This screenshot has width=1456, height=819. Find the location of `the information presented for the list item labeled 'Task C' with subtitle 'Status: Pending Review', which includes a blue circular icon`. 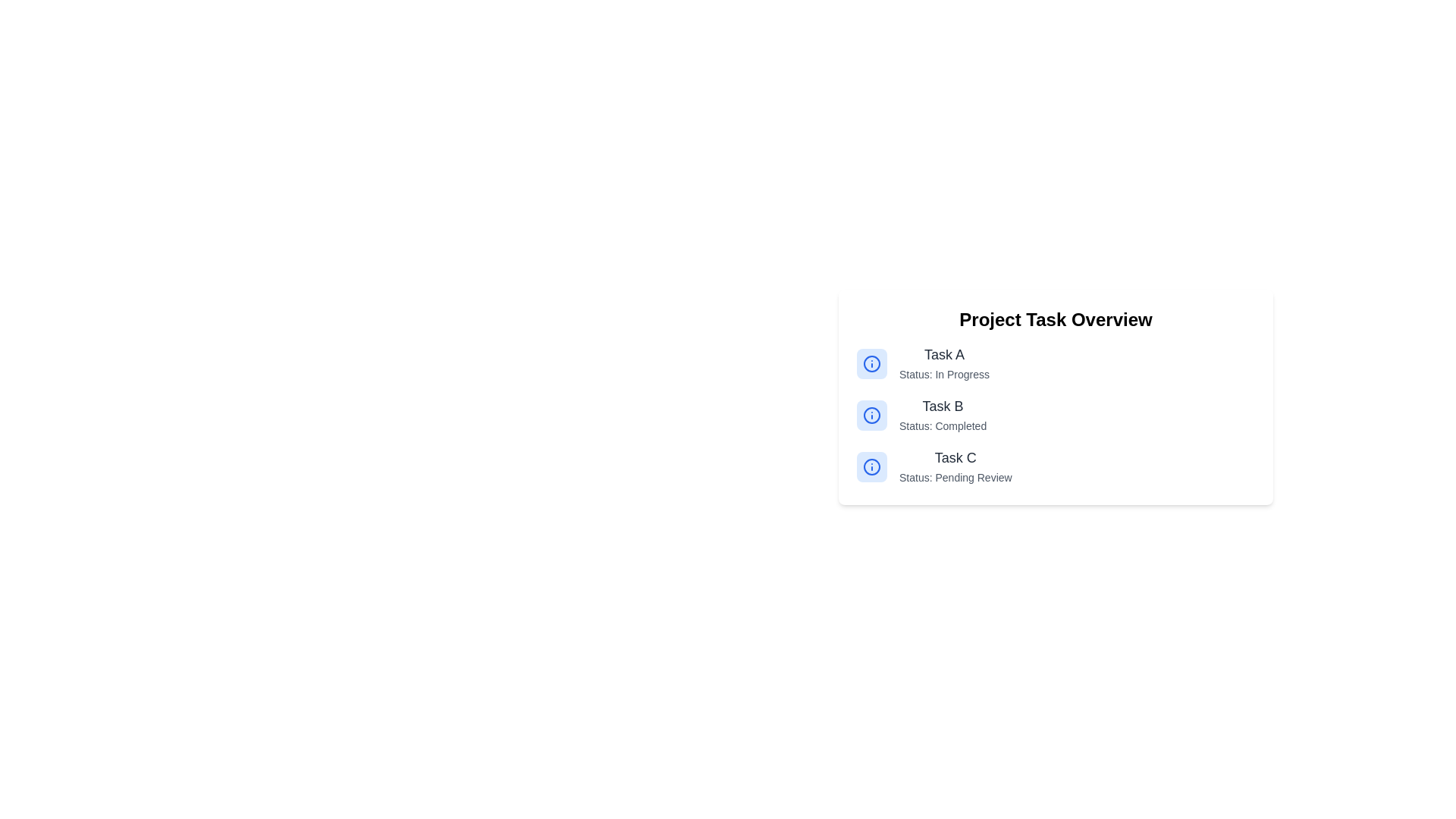

the information presented for the list item labeled 'Task C' with subtitle 'Status: Pending Review', which includes a blue circular icon is located at coordinates (1055, 466).